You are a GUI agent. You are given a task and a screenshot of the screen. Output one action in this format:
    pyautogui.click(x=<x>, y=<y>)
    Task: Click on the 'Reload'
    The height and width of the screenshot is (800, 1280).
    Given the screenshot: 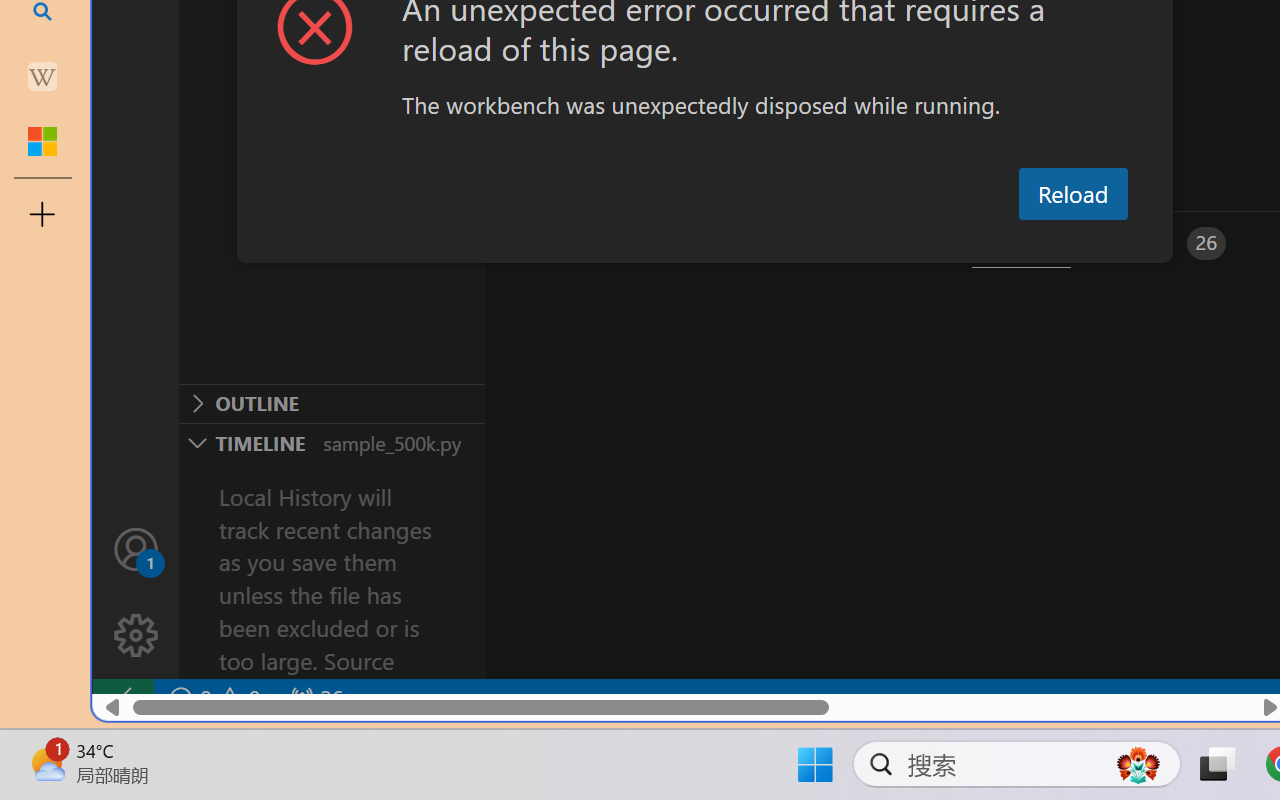 What is the action you would take?
    pyautogui.click(x=1071, y=192)
    